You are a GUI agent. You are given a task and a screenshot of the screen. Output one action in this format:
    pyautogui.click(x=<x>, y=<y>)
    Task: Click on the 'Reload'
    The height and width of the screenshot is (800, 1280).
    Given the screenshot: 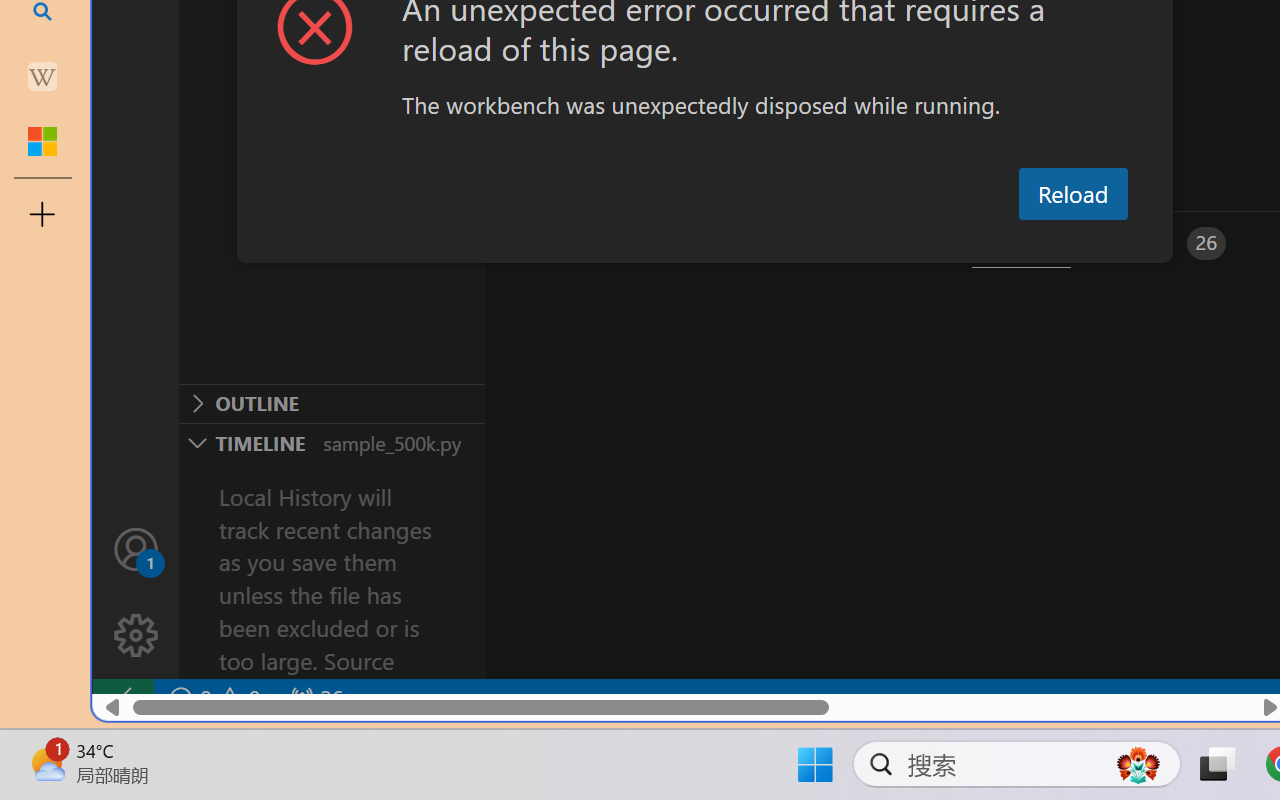 What is the action you would take?
    pyautogui.click(x=1071, y=192)
    